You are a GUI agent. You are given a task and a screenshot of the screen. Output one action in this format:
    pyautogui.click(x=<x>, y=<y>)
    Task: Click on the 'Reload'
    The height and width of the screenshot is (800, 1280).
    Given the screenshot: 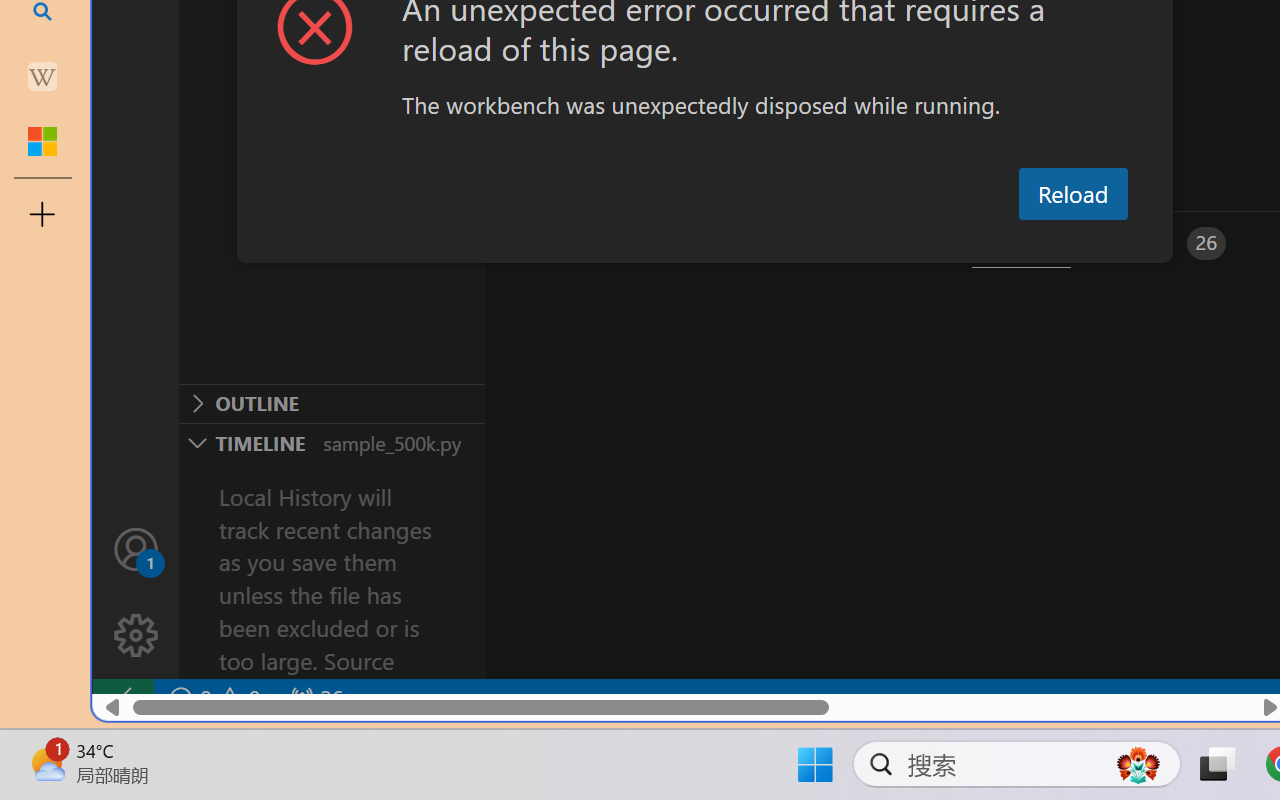 What is the action you would take?
    pyautogui.click(x=1071, y=192)
    